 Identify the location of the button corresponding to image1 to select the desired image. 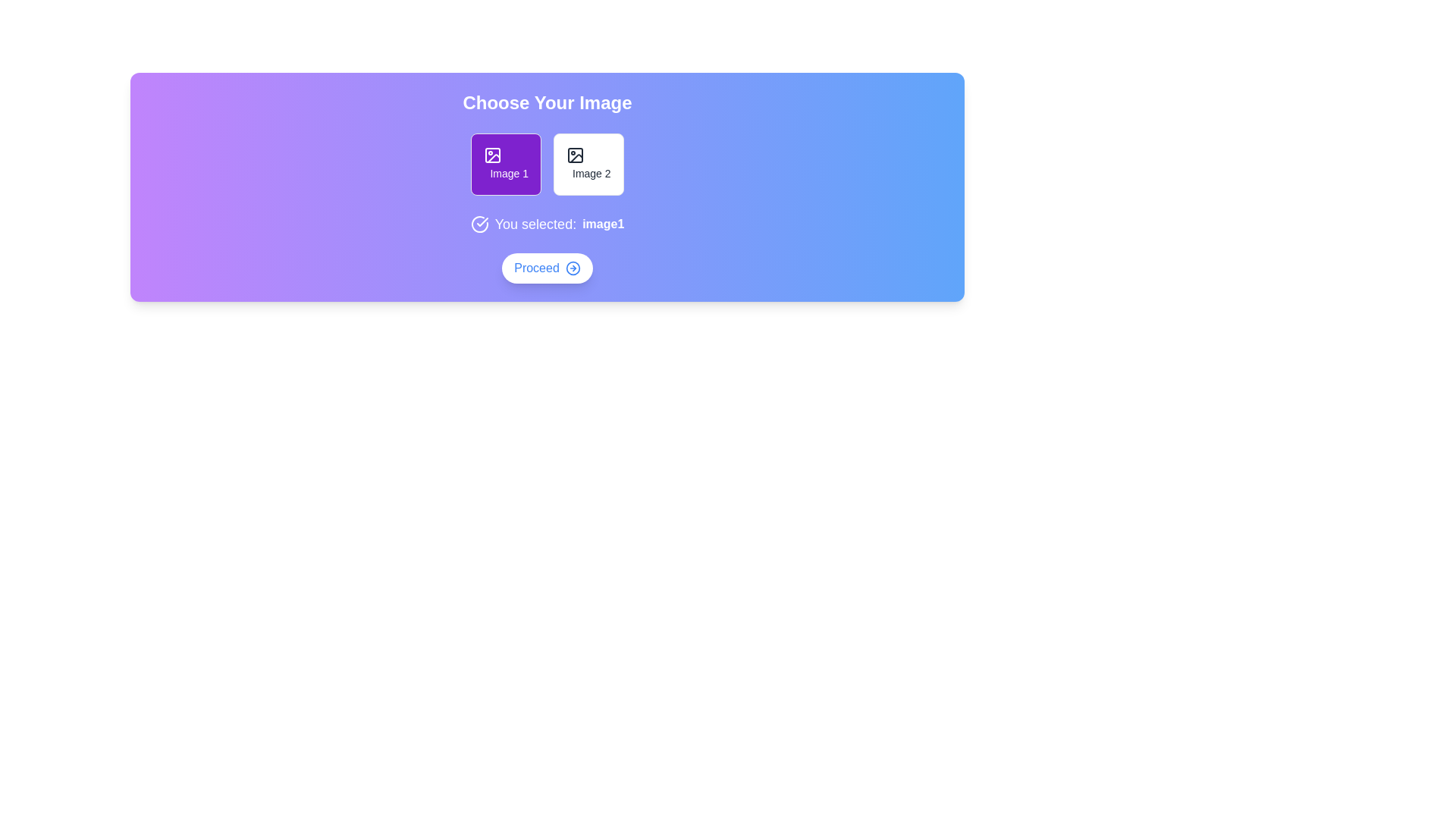
(506, 164).